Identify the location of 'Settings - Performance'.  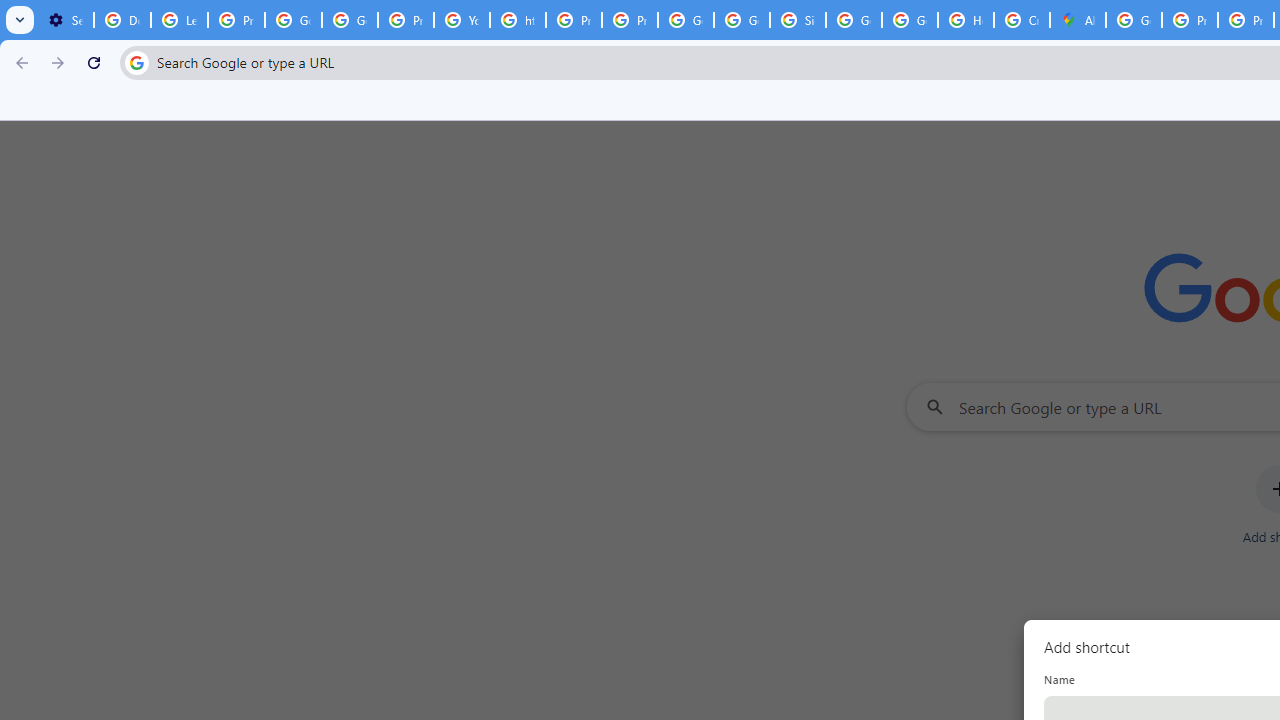
(65, 20).